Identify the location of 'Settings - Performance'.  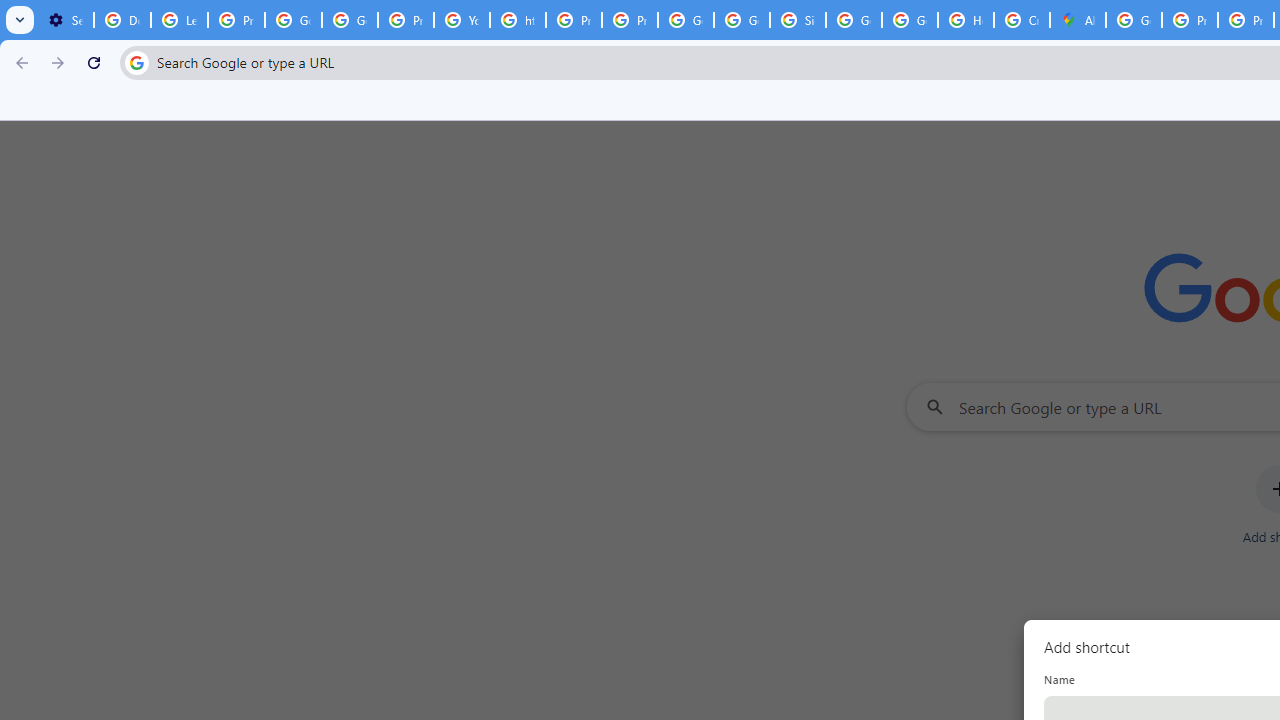
(65, 20).